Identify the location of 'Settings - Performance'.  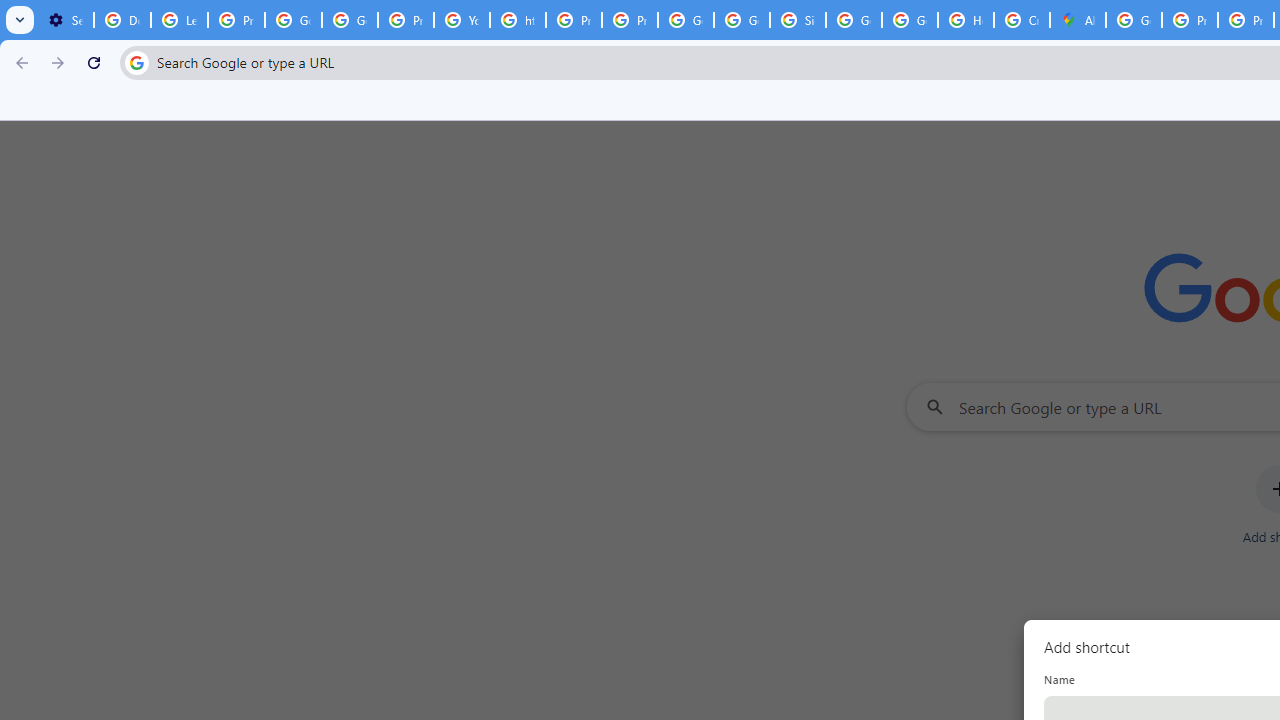
(65, 20).